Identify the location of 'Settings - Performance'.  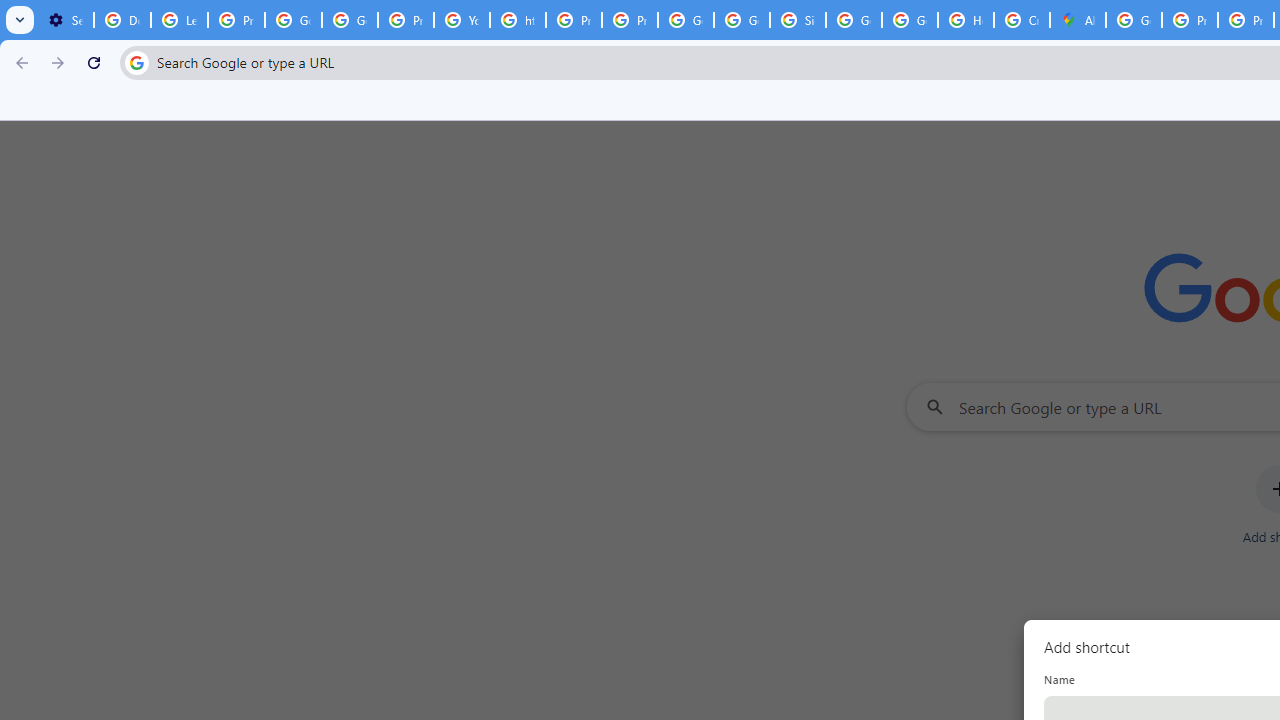
(65, 20).